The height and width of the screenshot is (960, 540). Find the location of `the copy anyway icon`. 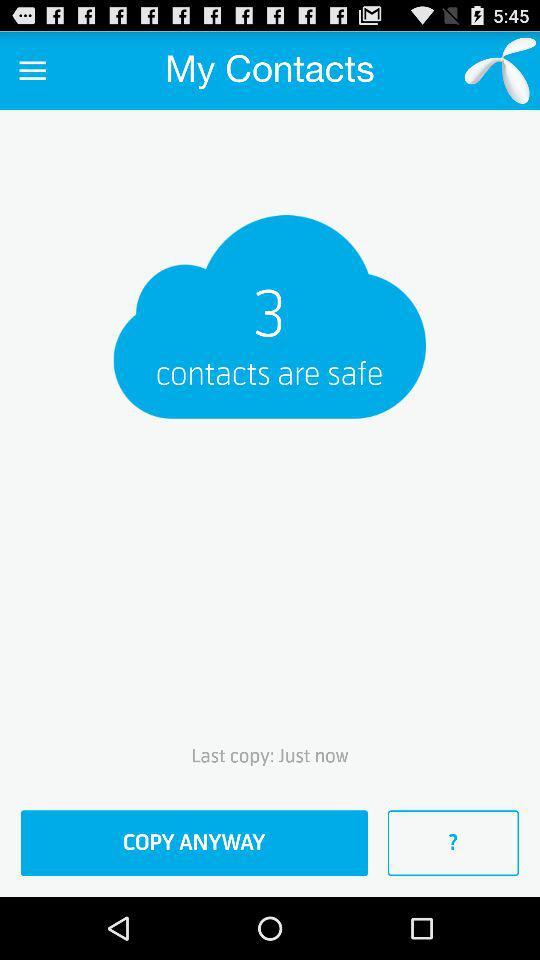

the copy anyway icon is located at coordinates (194, 842).